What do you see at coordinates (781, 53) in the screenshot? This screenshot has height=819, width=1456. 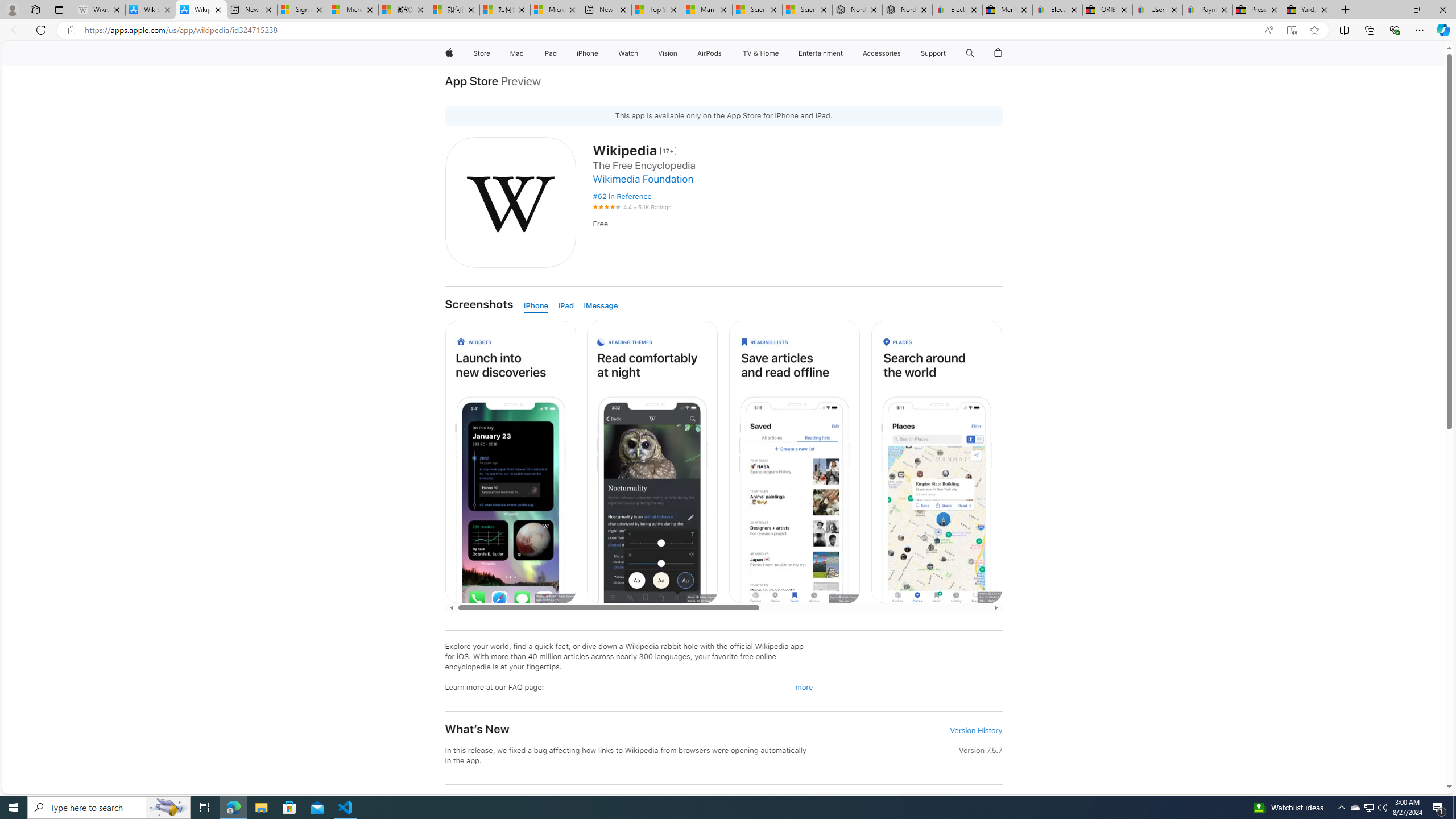 I see `'TV and Home menu'` at bounding box center [781, 53].